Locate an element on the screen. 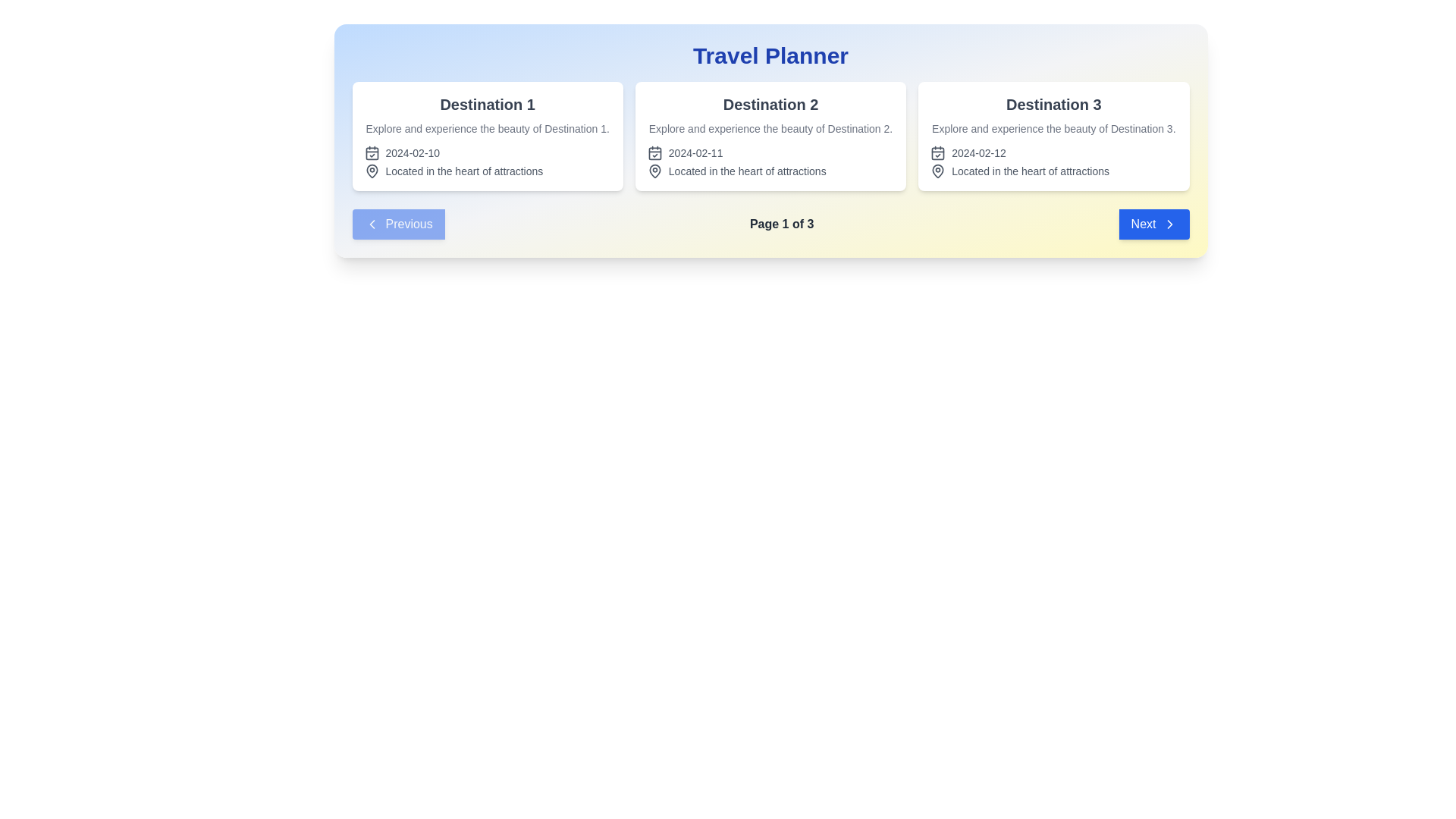  the bold text label 'Destination 3' located at the top of the third card in a row of three cards is located at coordinates (1053, 104).